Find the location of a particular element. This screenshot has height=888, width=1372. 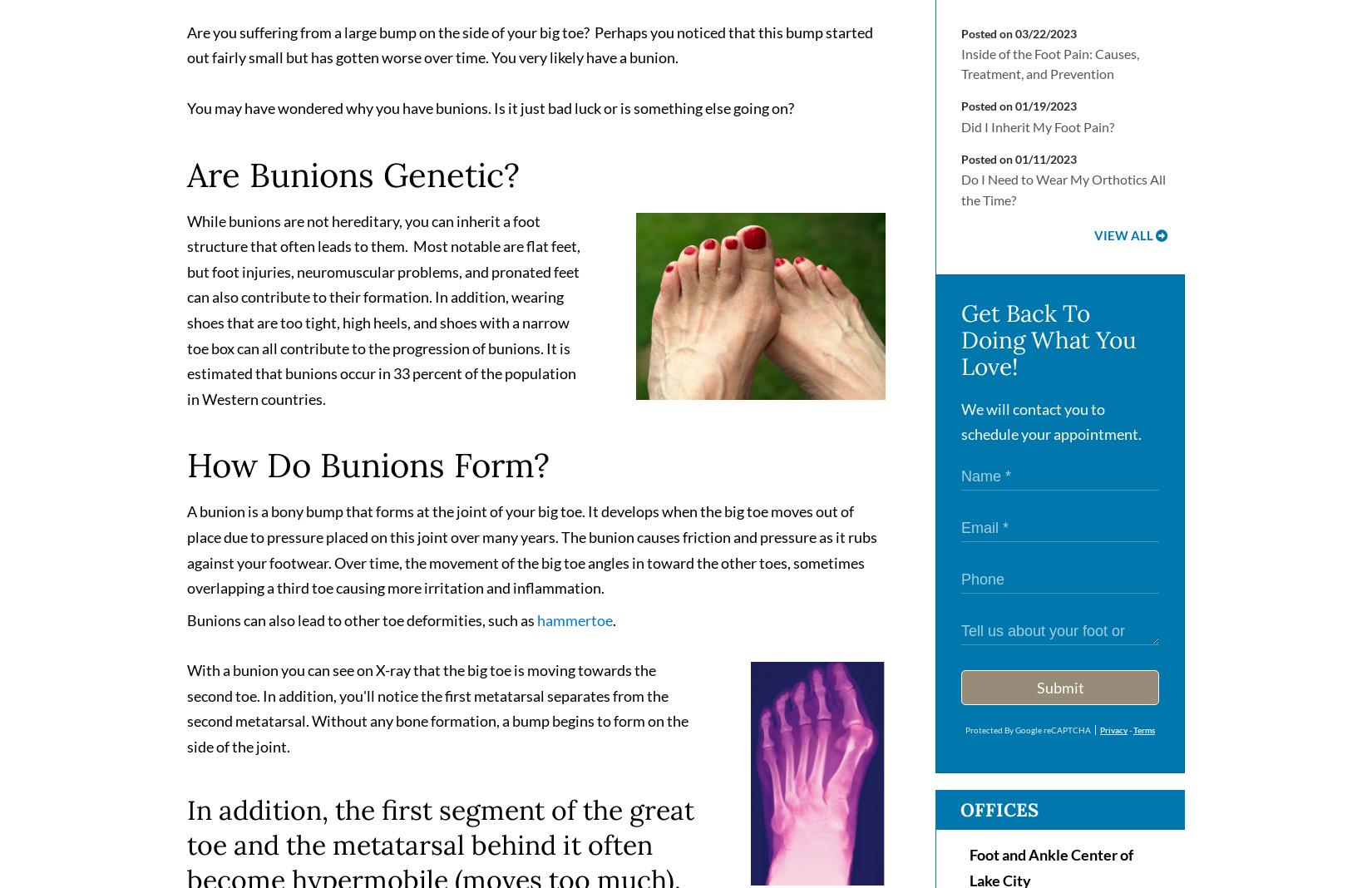

'Posted on 01/11/2023' is located at coordinates (1019, 166).